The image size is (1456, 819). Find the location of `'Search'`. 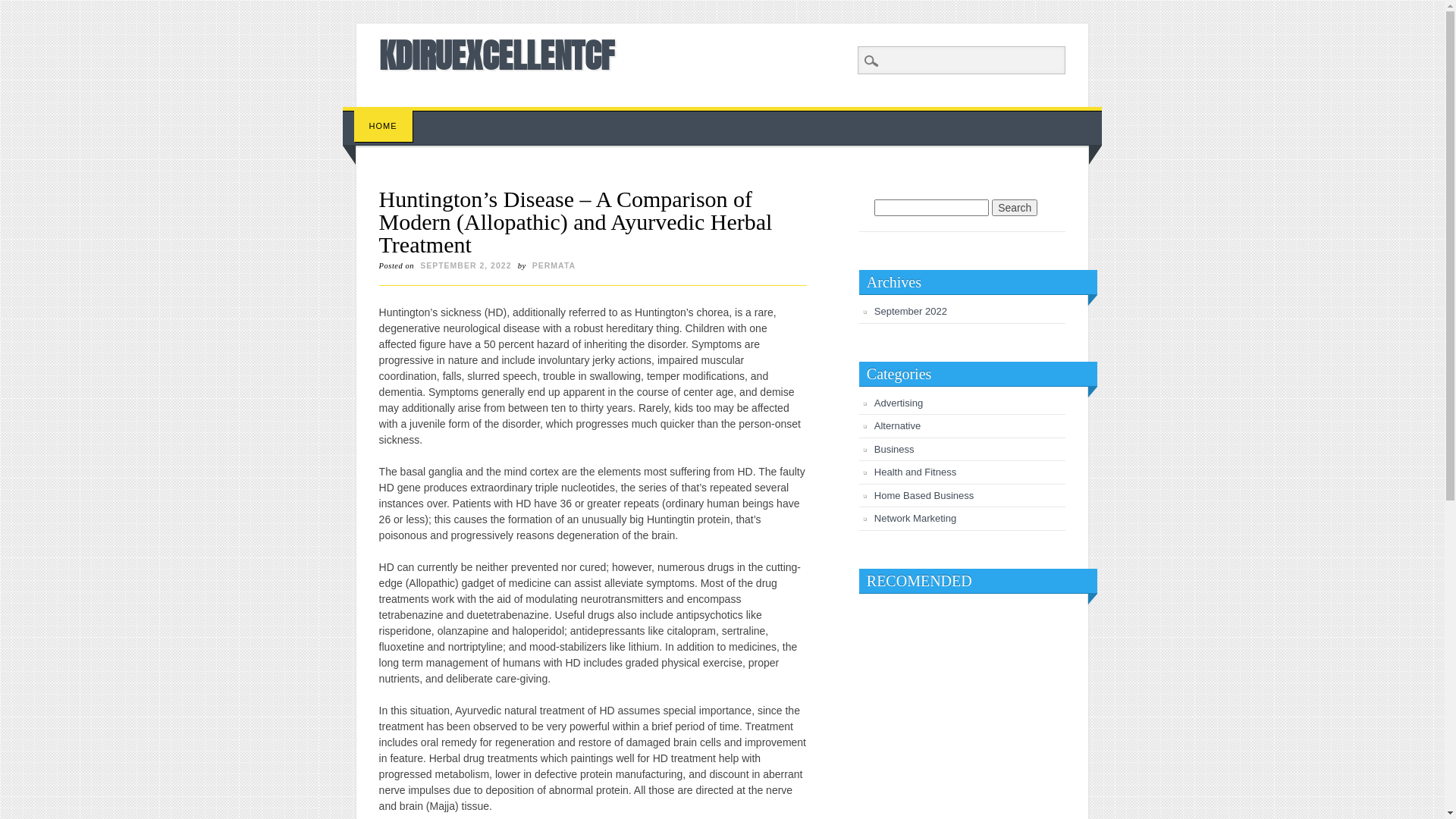

'Search' is located at coordinates (1015, 207).